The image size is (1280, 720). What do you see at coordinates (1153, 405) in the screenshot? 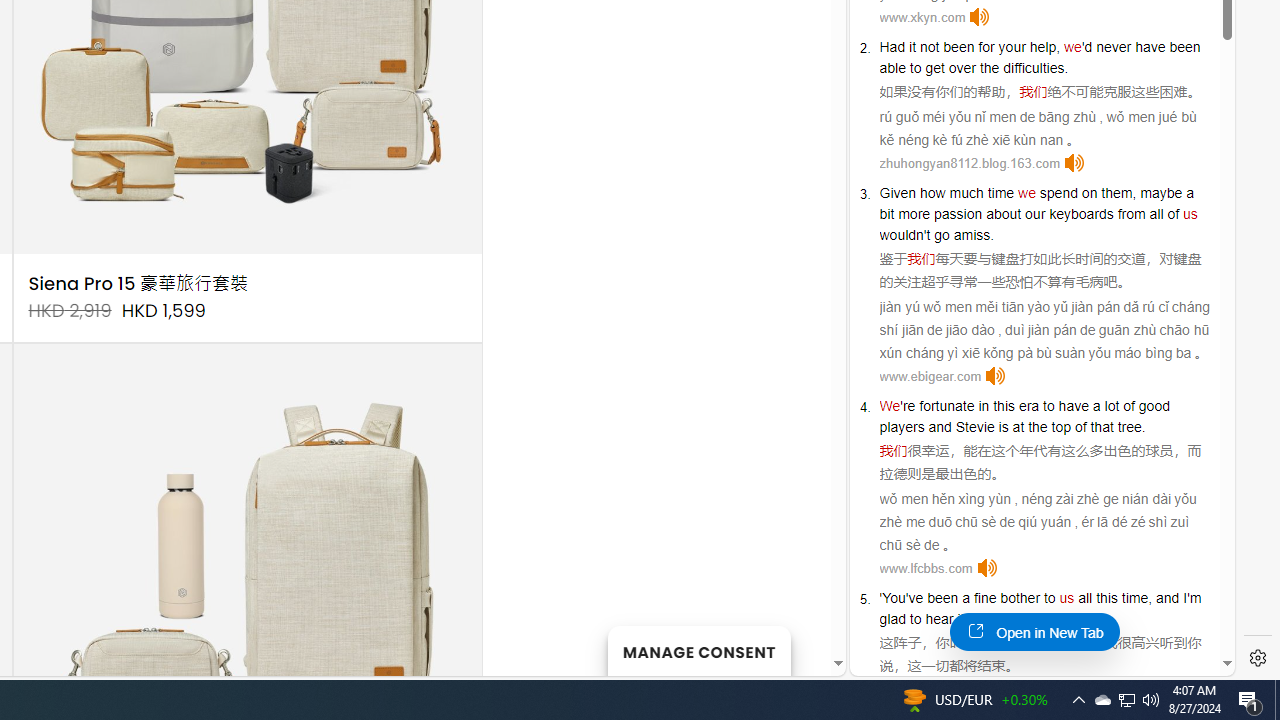
I see `'good'` at bounding box center [1153, 405].